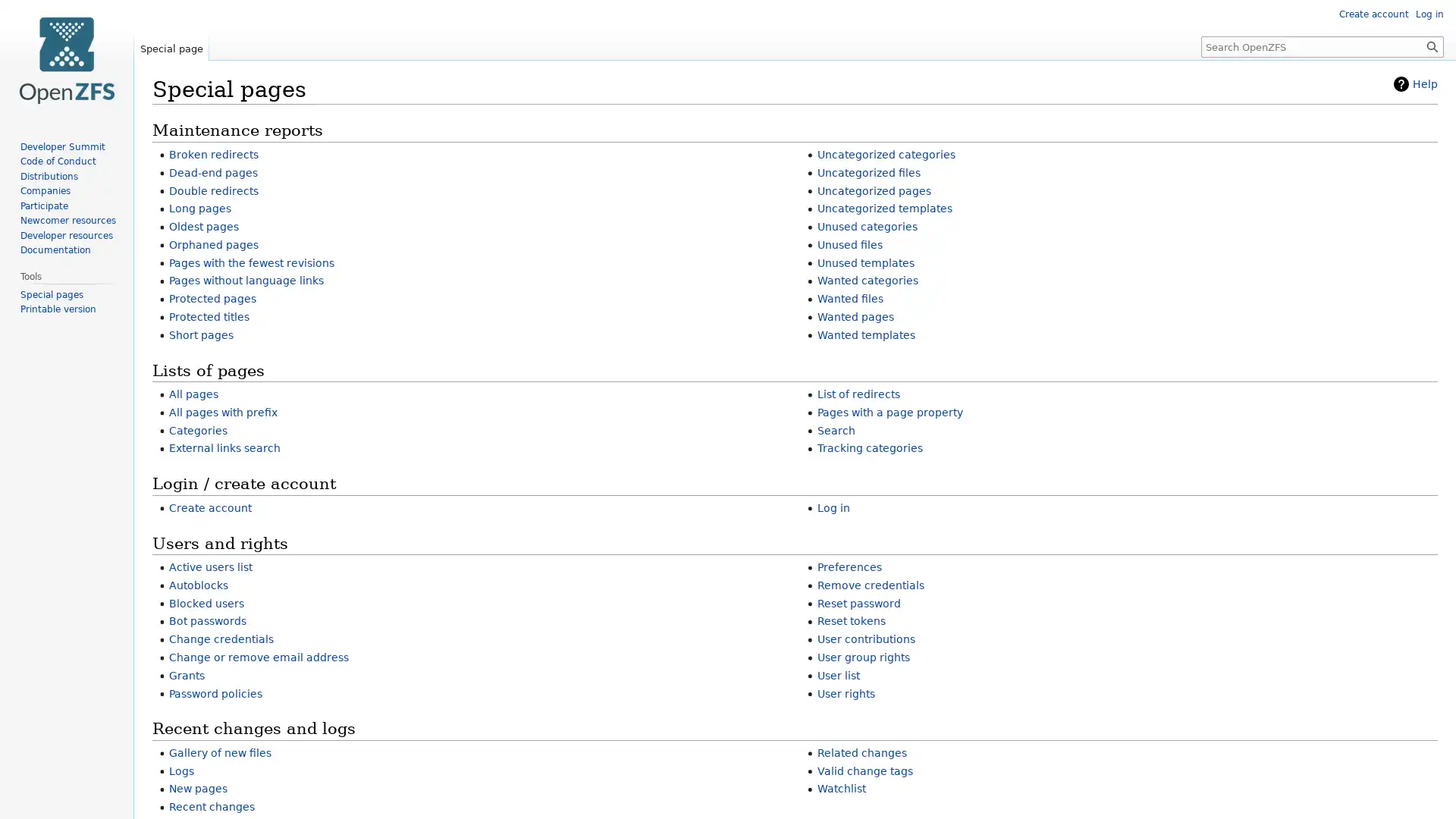 This screenshot has width=1456, height=819. What do you see at coordinates (1432, 45) in the screenshot?
I see `Search` at bounding box center [1432, 45].